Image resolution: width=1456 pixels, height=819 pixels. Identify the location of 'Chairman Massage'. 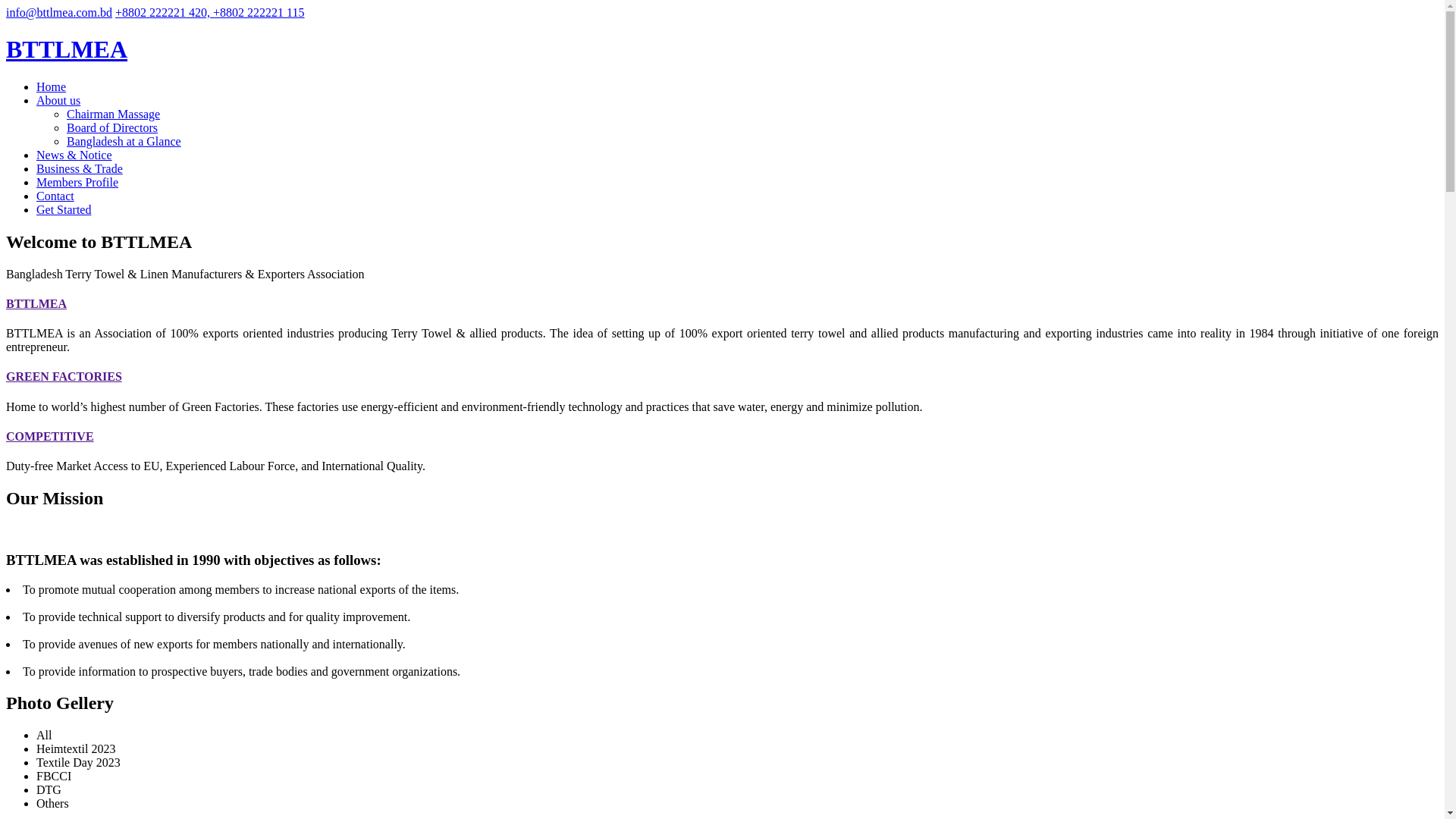
(112, 113).